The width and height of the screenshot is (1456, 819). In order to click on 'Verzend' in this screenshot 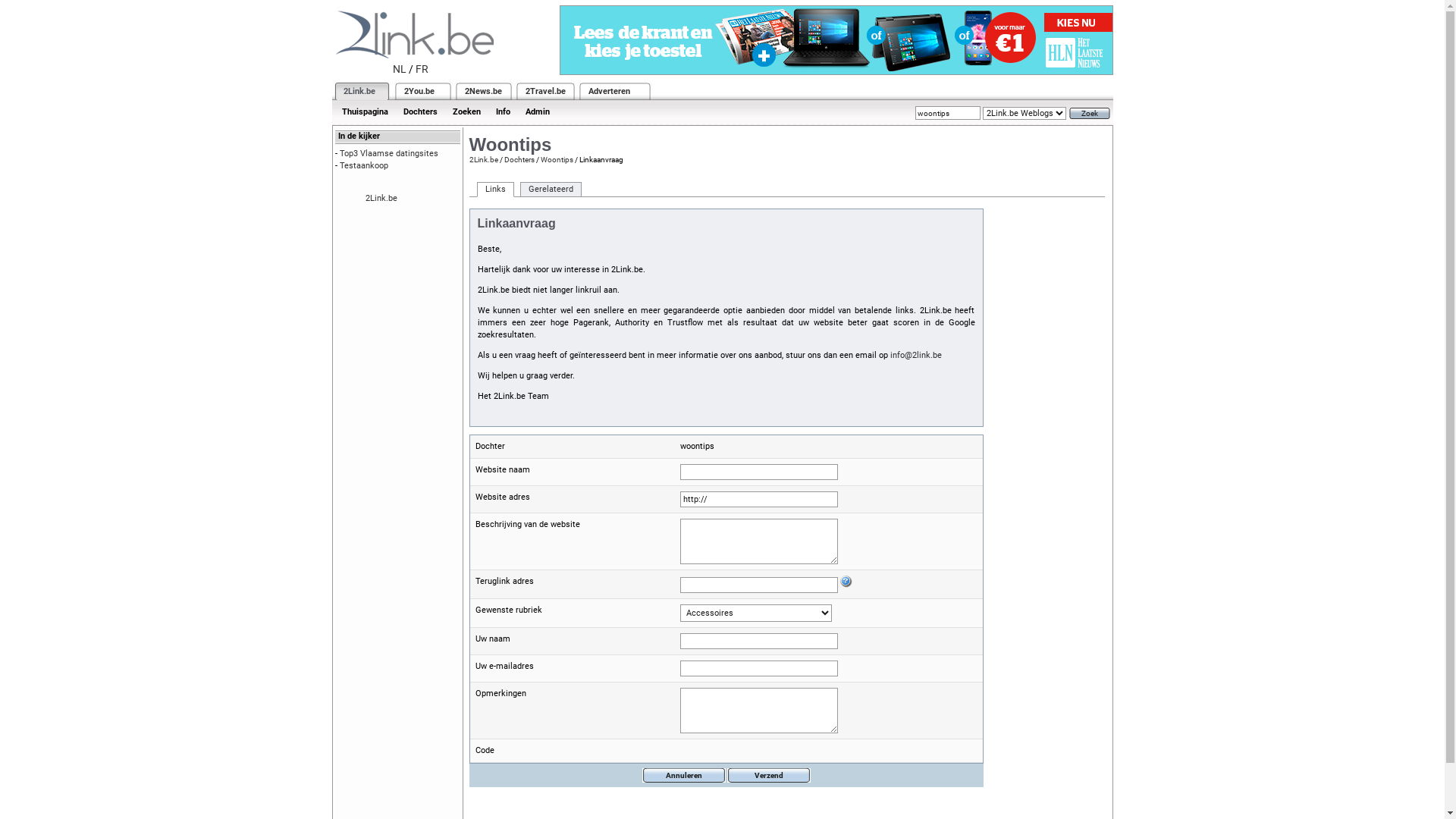, I will do `click(767, 775)`.